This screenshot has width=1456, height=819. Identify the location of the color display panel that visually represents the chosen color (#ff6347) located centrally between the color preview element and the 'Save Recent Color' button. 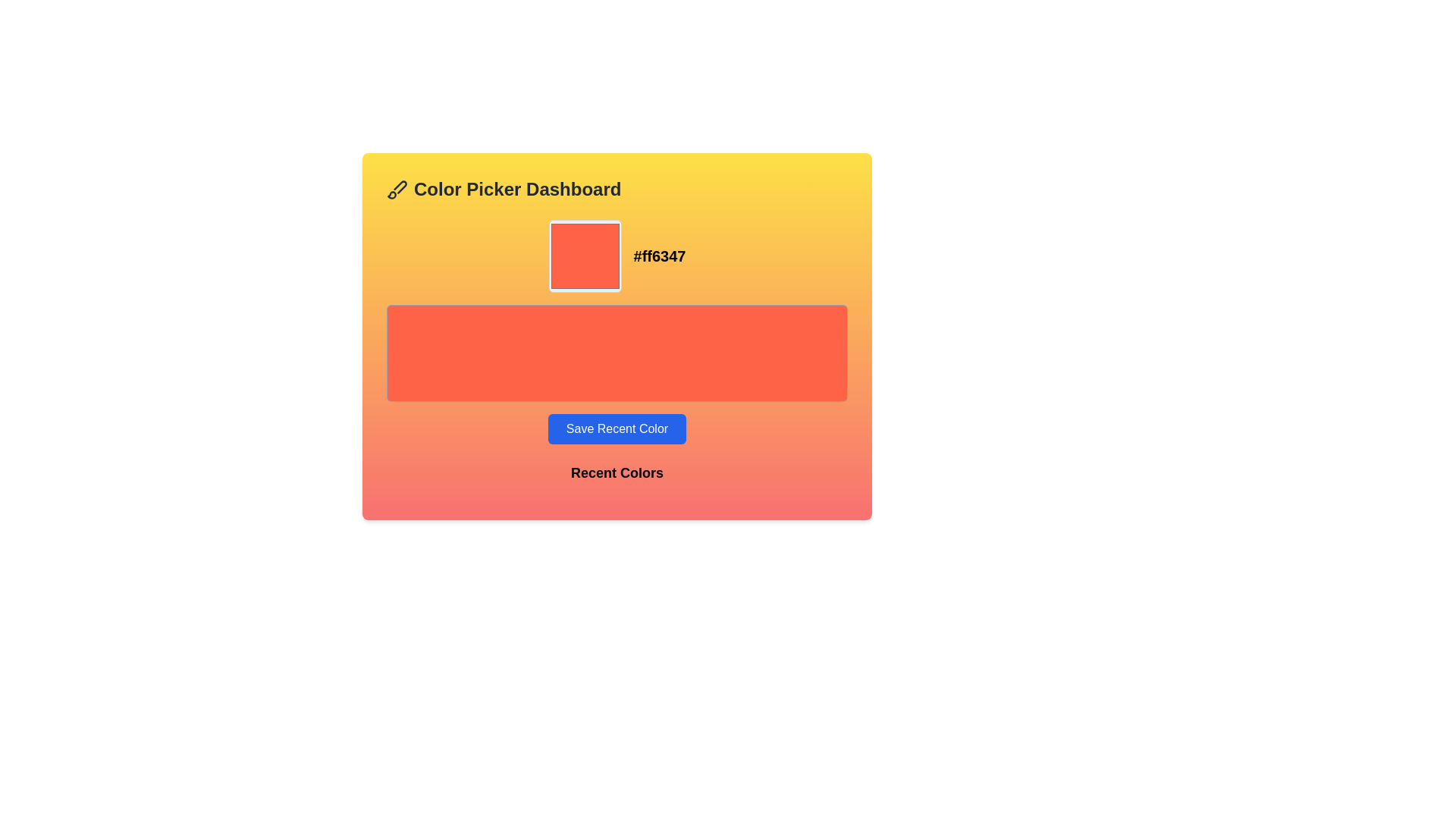
(617, 331).